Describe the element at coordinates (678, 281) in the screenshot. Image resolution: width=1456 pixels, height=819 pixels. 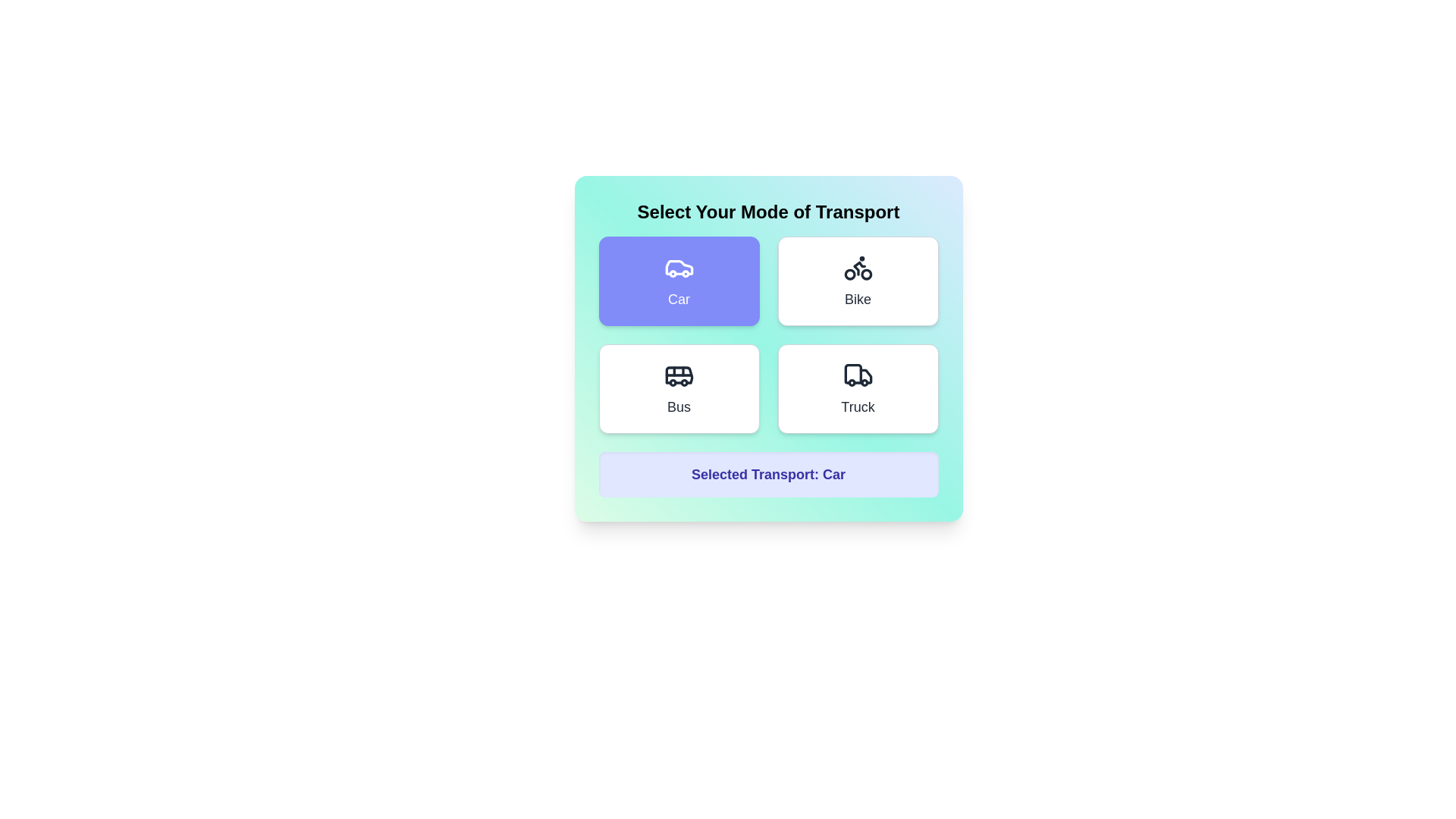
I see `the transport mode Car` at that location.